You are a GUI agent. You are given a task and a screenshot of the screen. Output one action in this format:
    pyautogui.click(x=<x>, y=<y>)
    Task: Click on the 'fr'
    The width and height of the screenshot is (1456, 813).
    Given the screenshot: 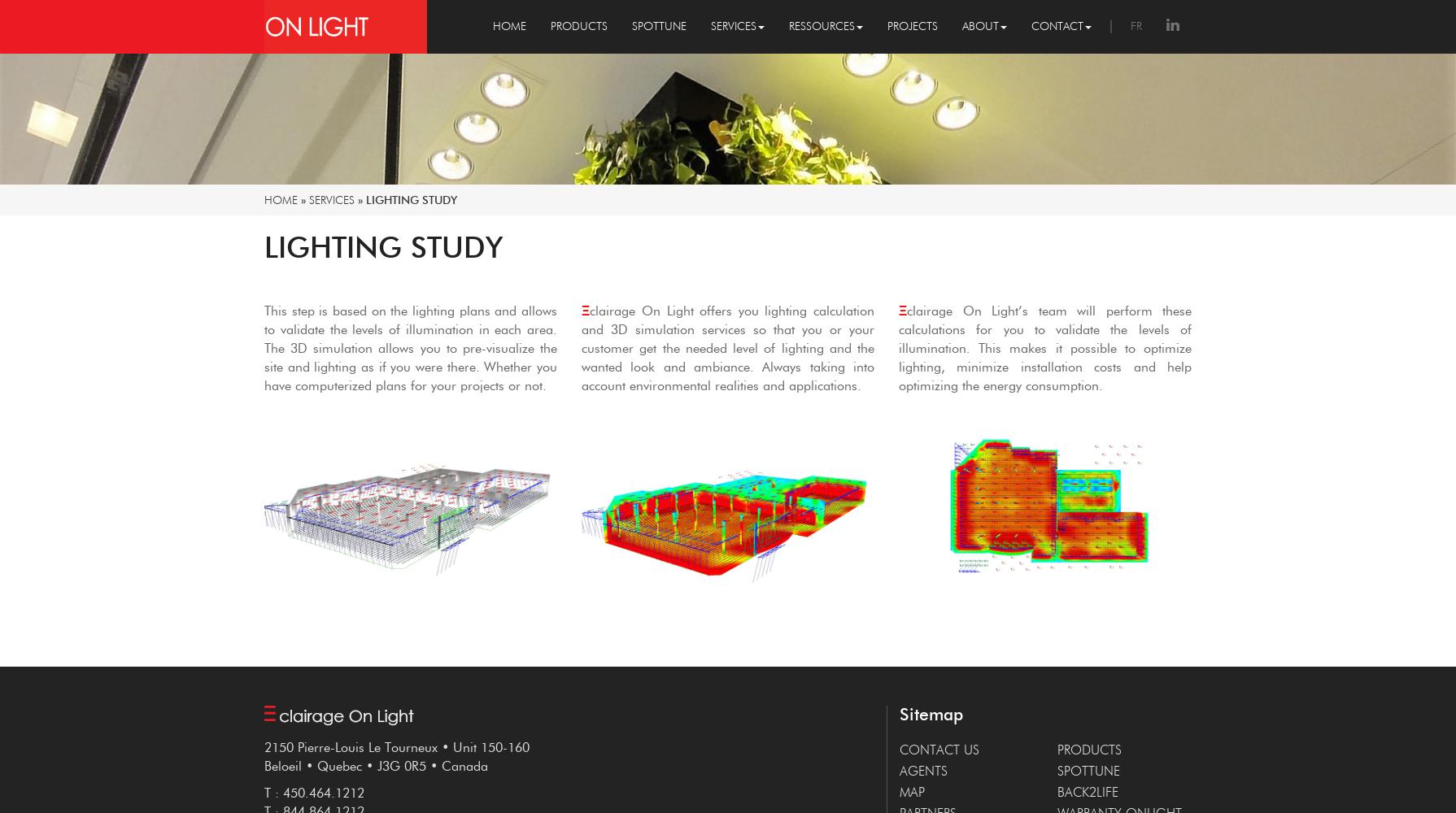 What is the action you would take?
    pyautogui.click(x=1135, y=25)
    